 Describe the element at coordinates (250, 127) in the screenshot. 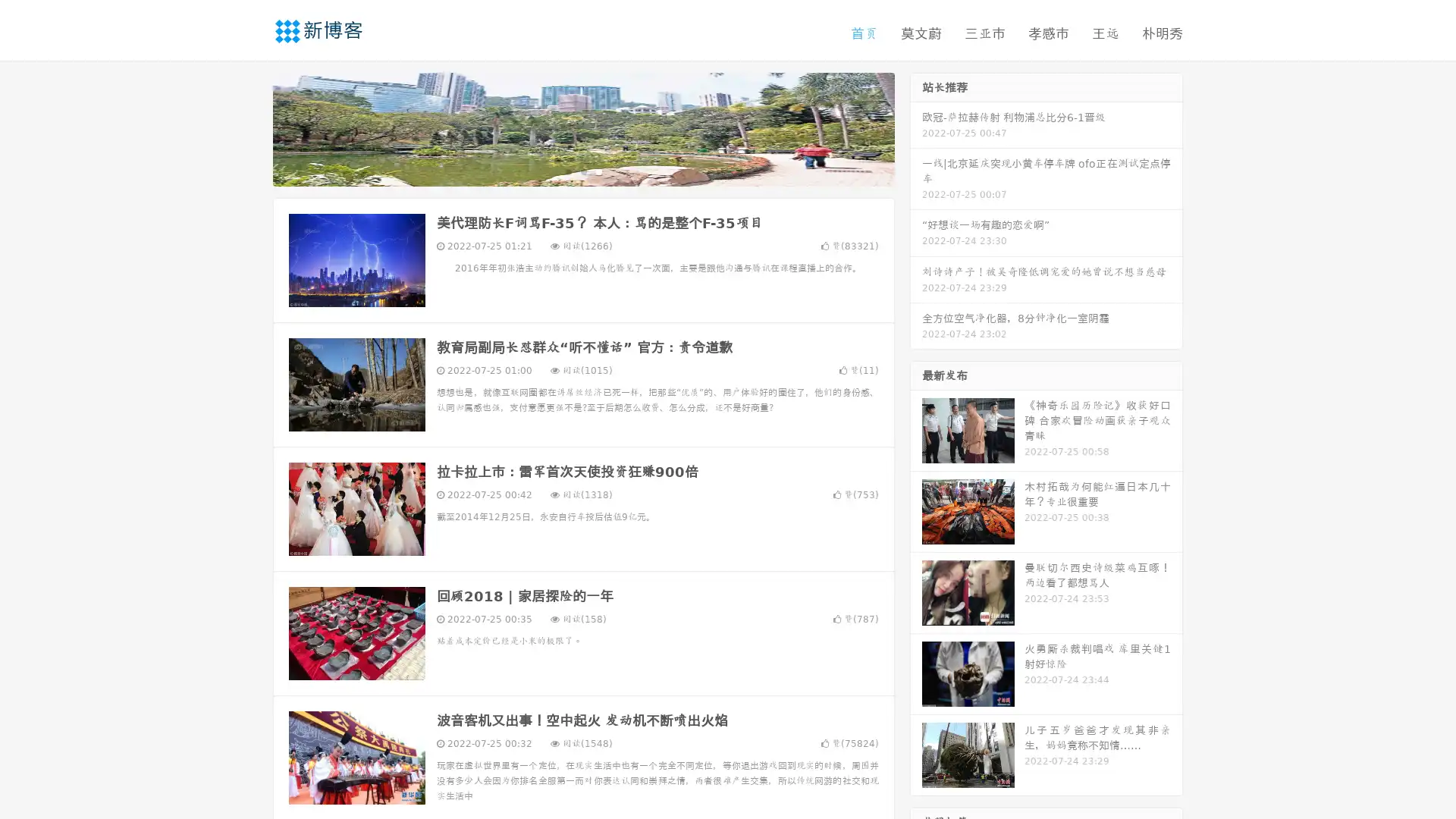

I see `Previous slide` at that location.